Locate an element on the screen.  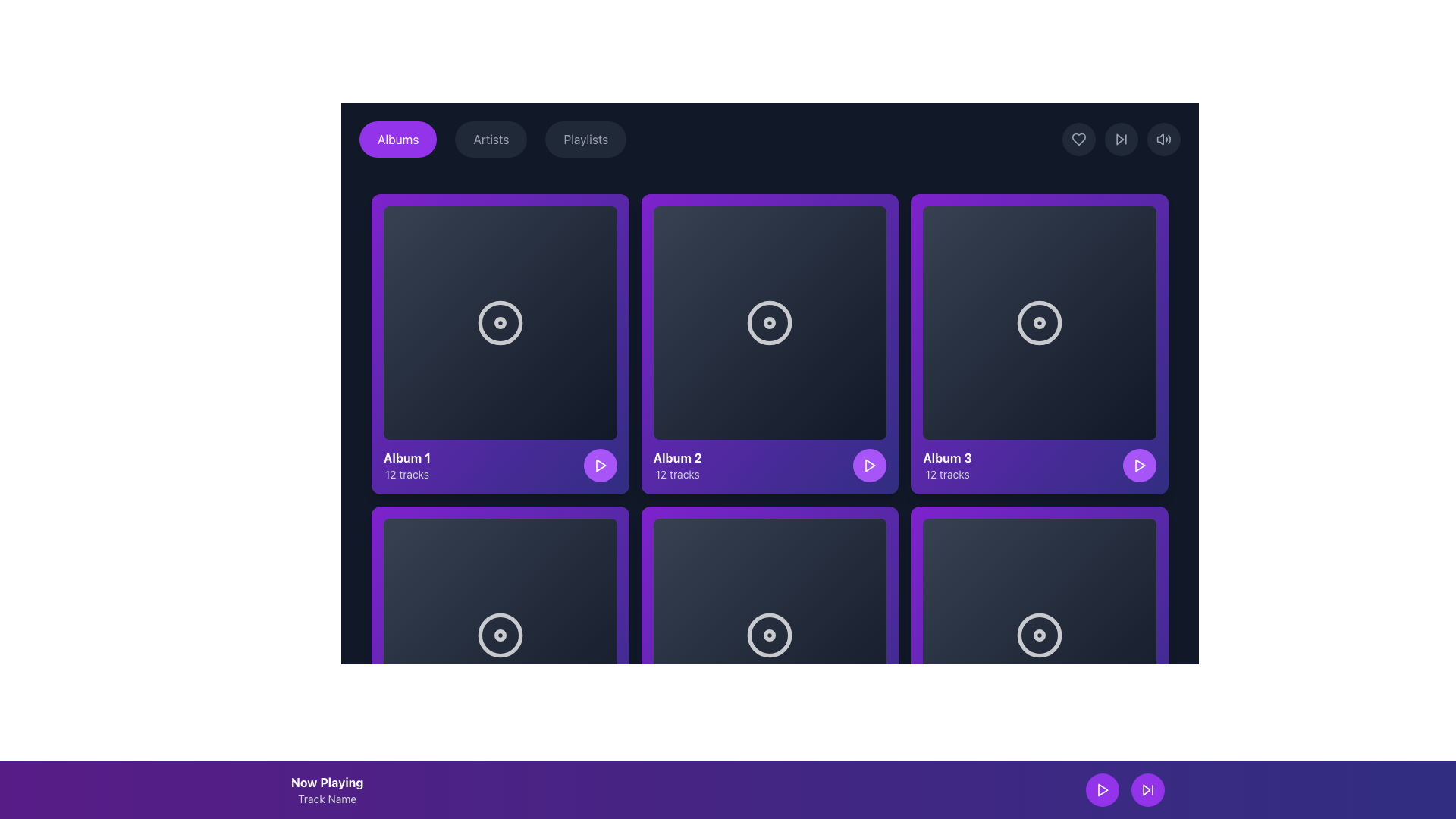
the circular button with a purple background and a play icon at its center, located in the bottom-right corner of the card labeled 'Album 1', to play the album content is located at coordinates (599, 464).